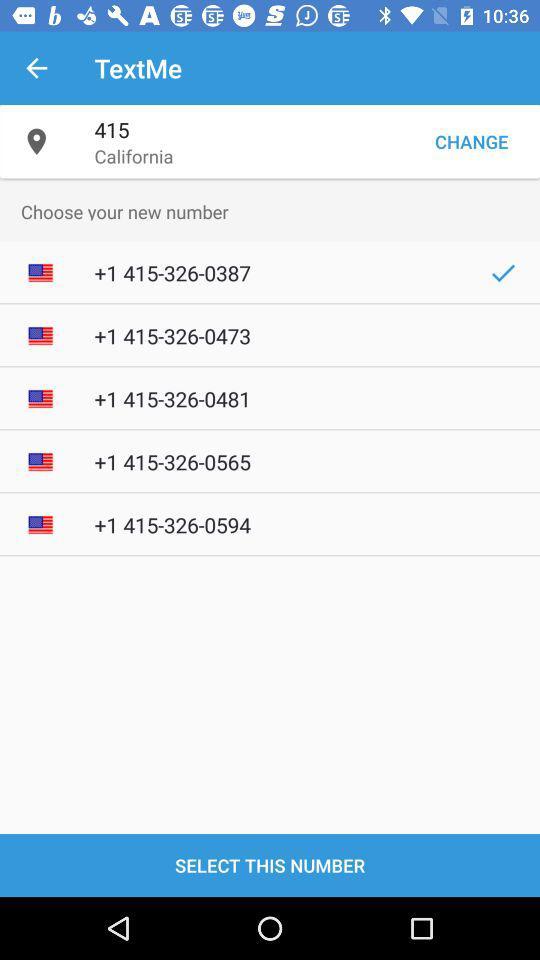  Describe the element at coordinates (471, 140) in the screenshot. I see `change item` at that location.